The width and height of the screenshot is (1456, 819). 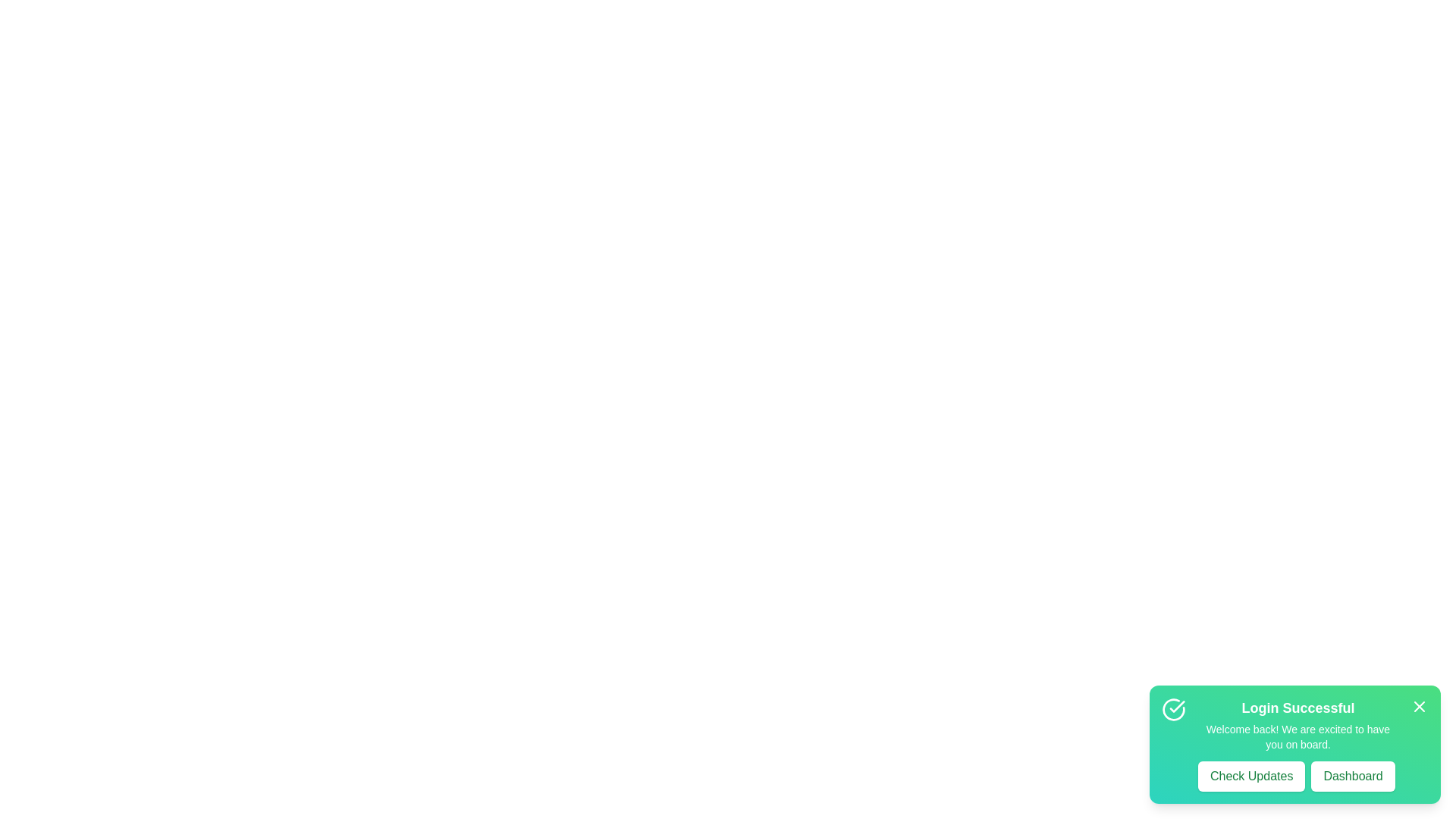 I want to click on close button to dismiss the notification, so click(x=1419, y=707).